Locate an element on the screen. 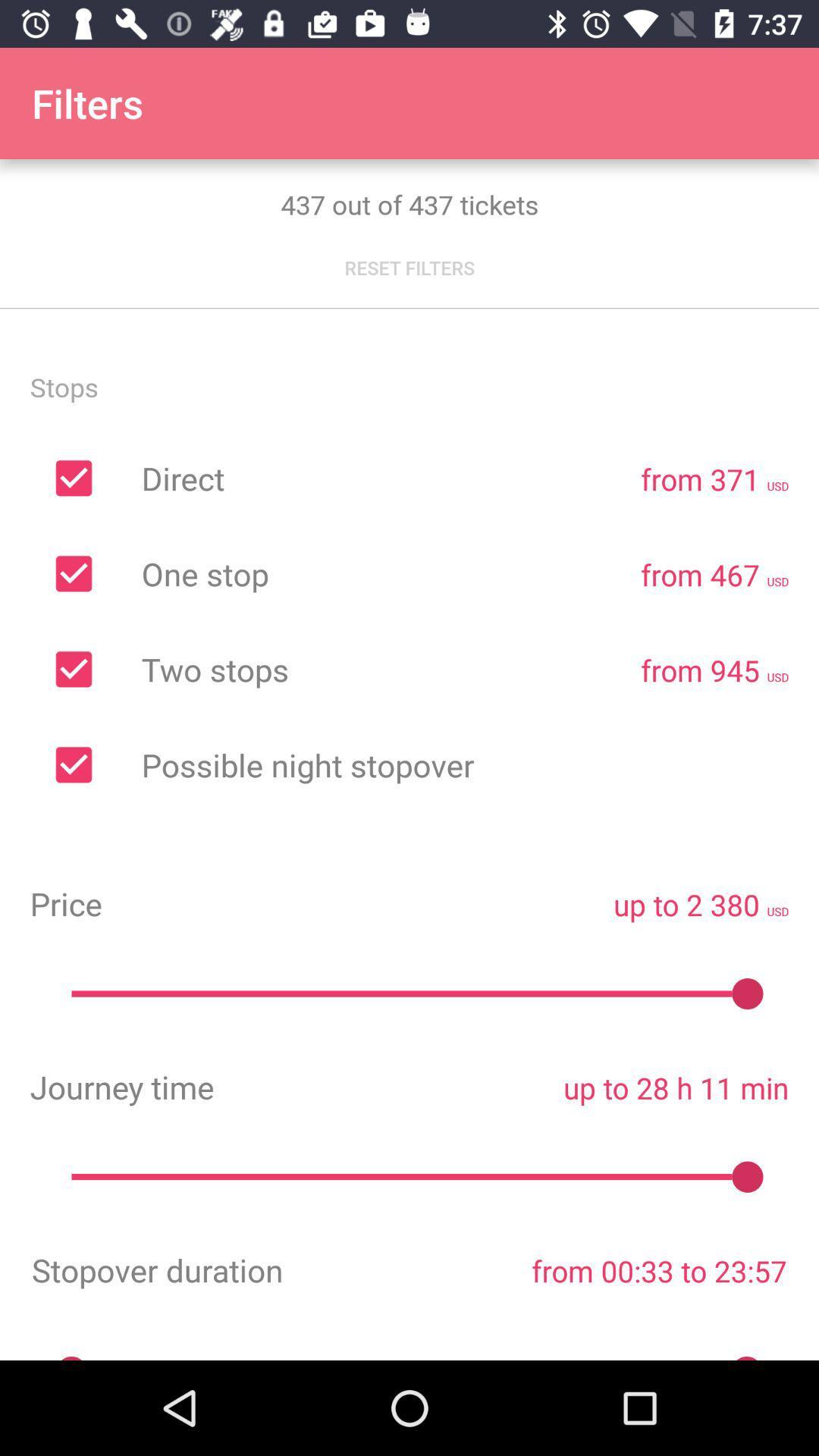  reset filters is located at coordinates (409, 268).